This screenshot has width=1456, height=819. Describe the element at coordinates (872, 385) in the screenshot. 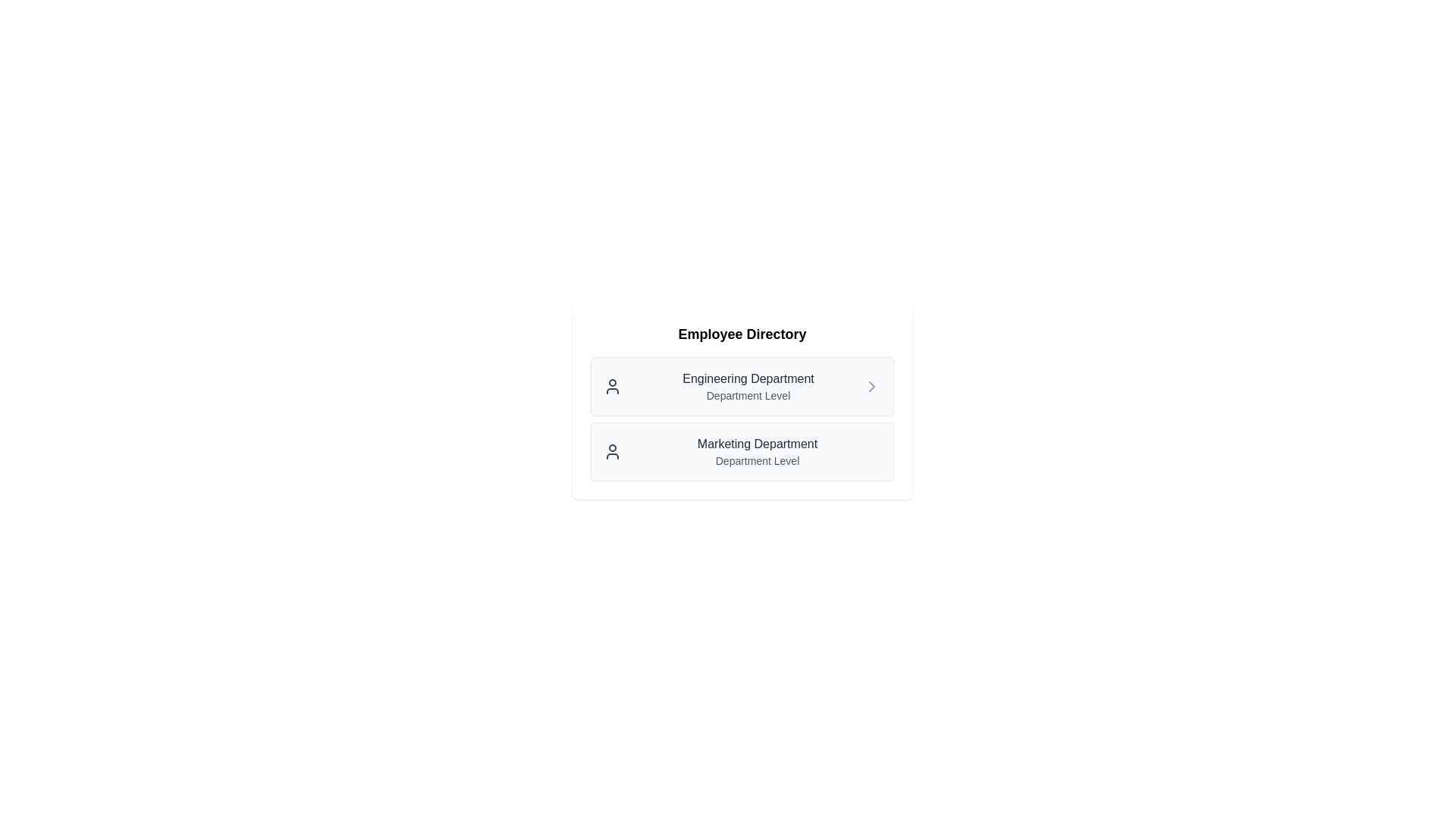

I see `the rightward-pointing chevron icon located to the far-right of the 'Engineering Department' text in the upper entry of the list of departments` at that location.